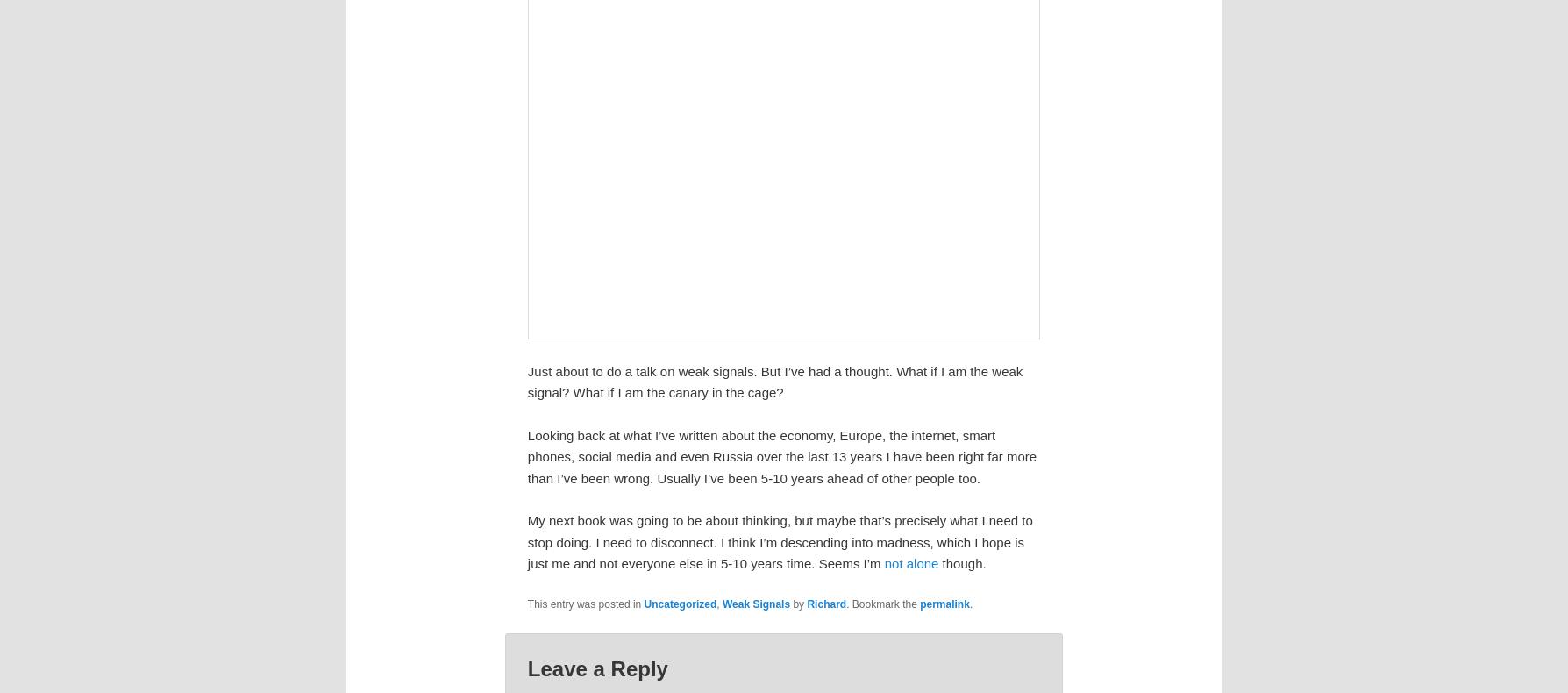 Image resolution: width=1568 pixels, height=693 pixels. I want to click on 'though.', so click(942, 563).